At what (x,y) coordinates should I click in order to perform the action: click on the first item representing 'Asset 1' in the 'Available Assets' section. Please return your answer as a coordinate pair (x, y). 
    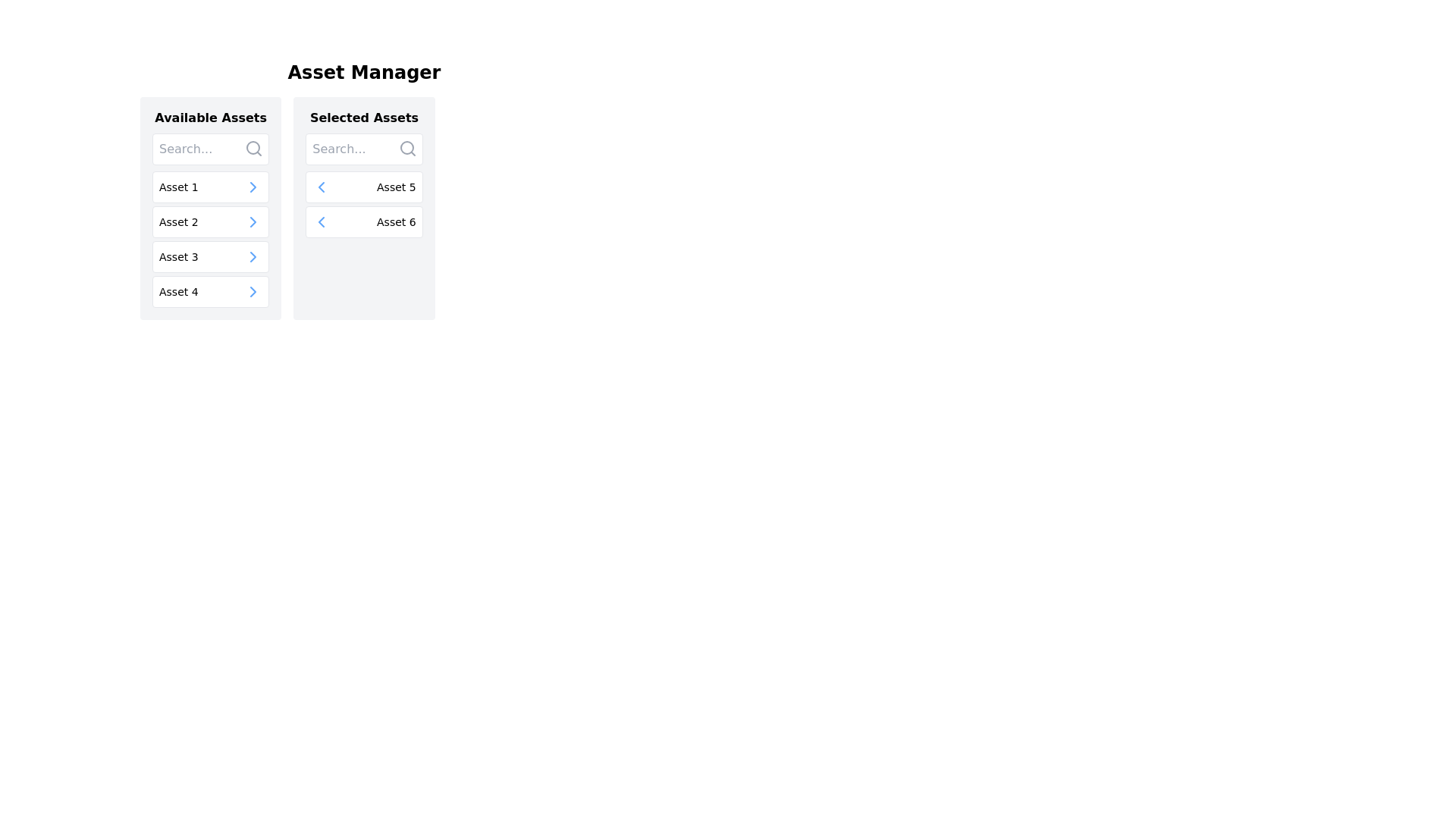
    Looking at the image, I should click on (210, 186).